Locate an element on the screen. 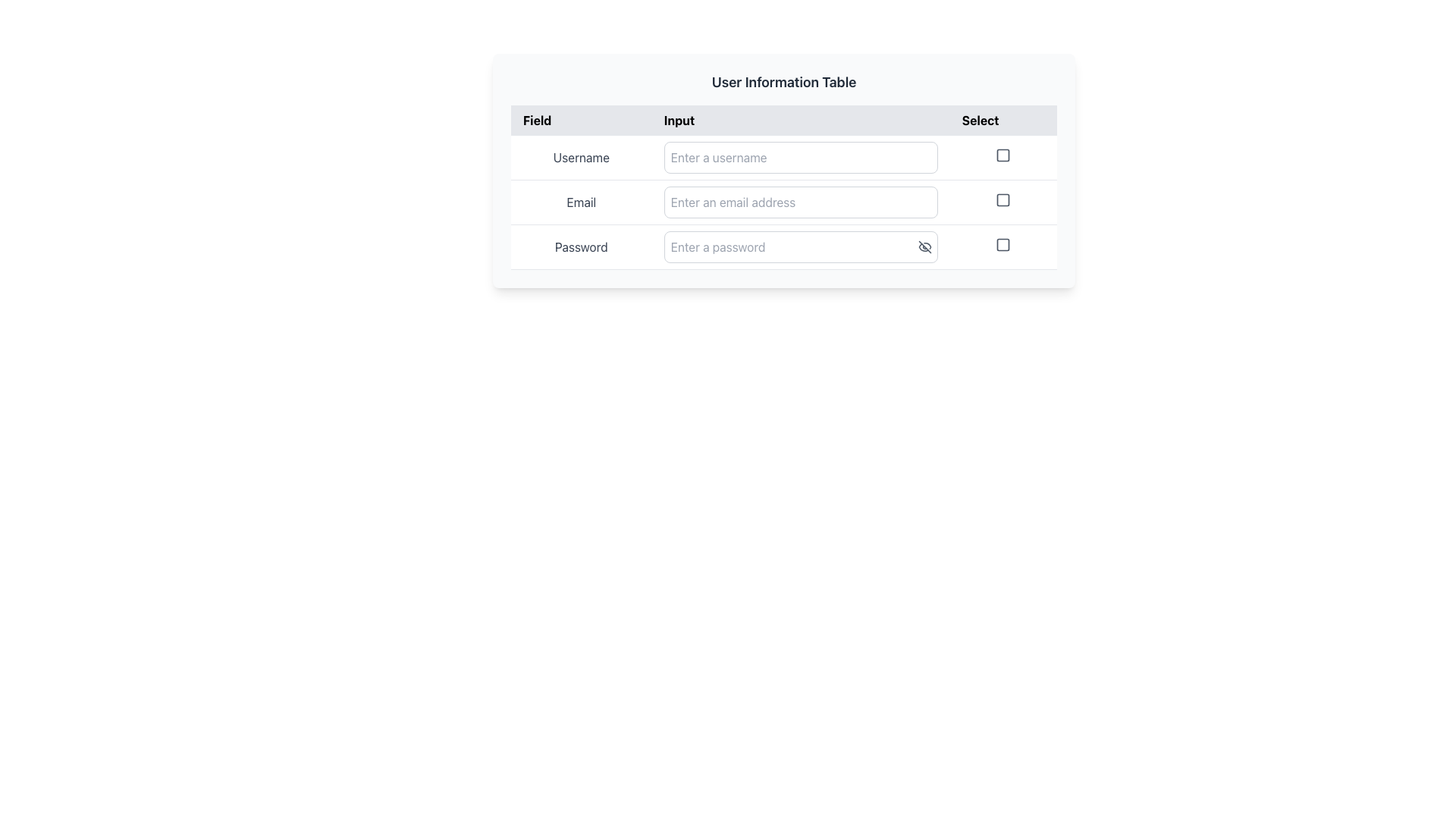 Image resolution: width=1456 pixels, height=819 pixels. the password input field located in the 'Password' row of the table under the 'Input' column is located at coordinates (800, 246).